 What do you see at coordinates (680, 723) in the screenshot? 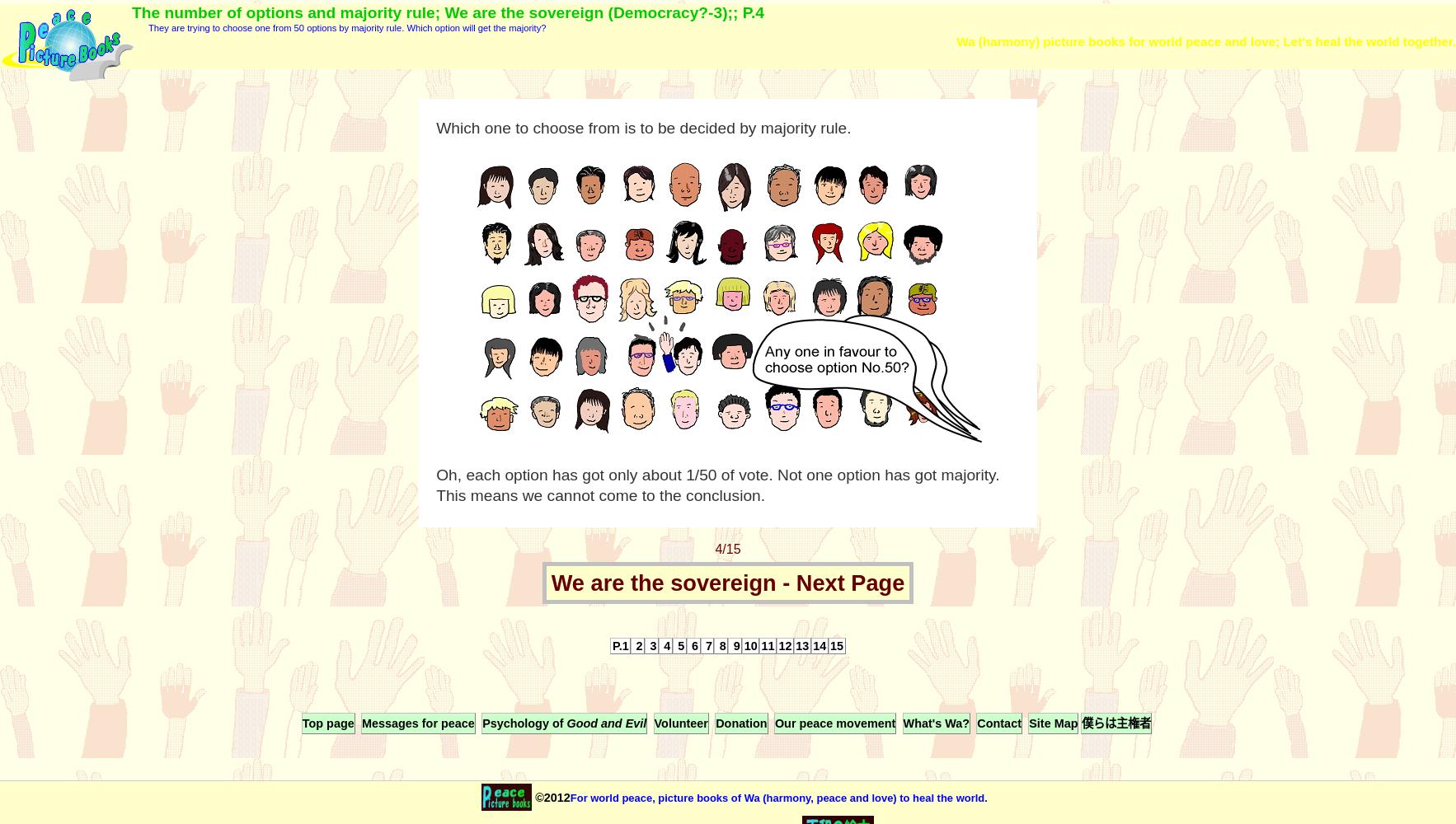
I see `'Volunteer'` at bounding box center [680, 723].